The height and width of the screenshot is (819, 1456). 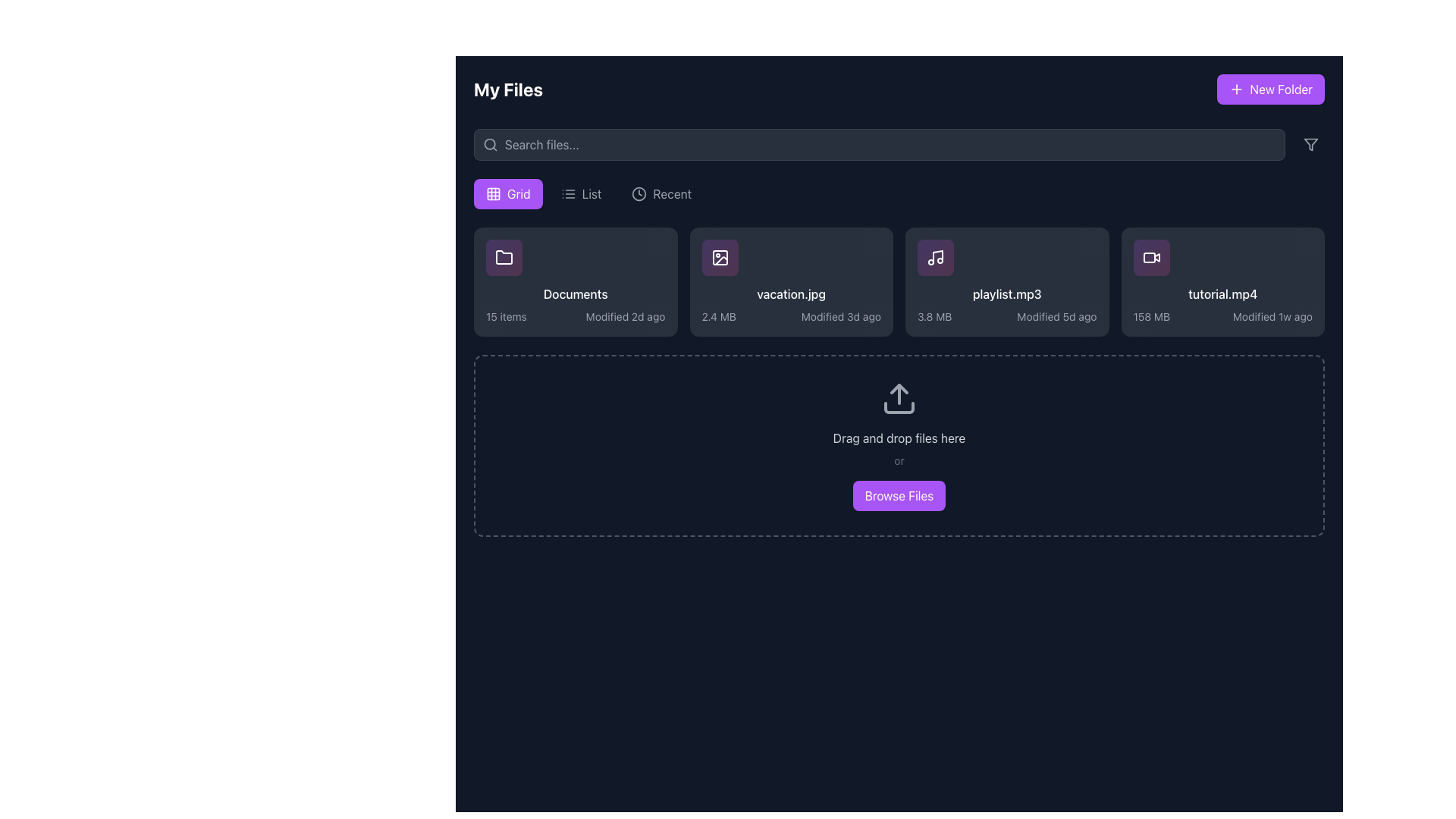 I want to click on the search icon located on the leftmost side of the search input field within the search bar component, which is positioned centrally in height and inset from the left border, so click(x=491, y=145).